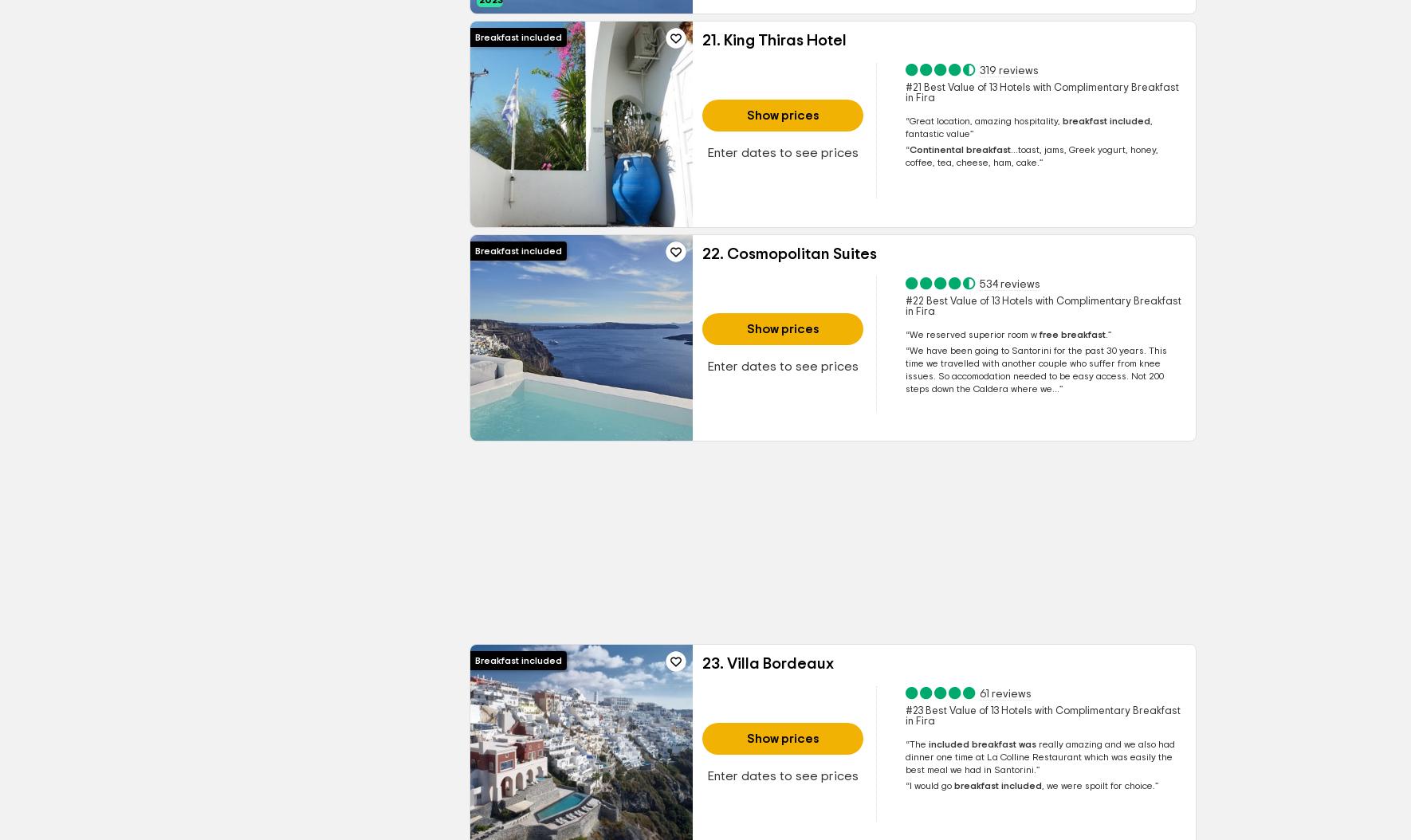  Describe the element at coordinates (1035, 369) in the screenshot. I see `'years. This time we travelled with another couple who suffer from knee issues. So accomodation needed to be easy access. Not 200 steps down the Caldera where we...'` at that location.